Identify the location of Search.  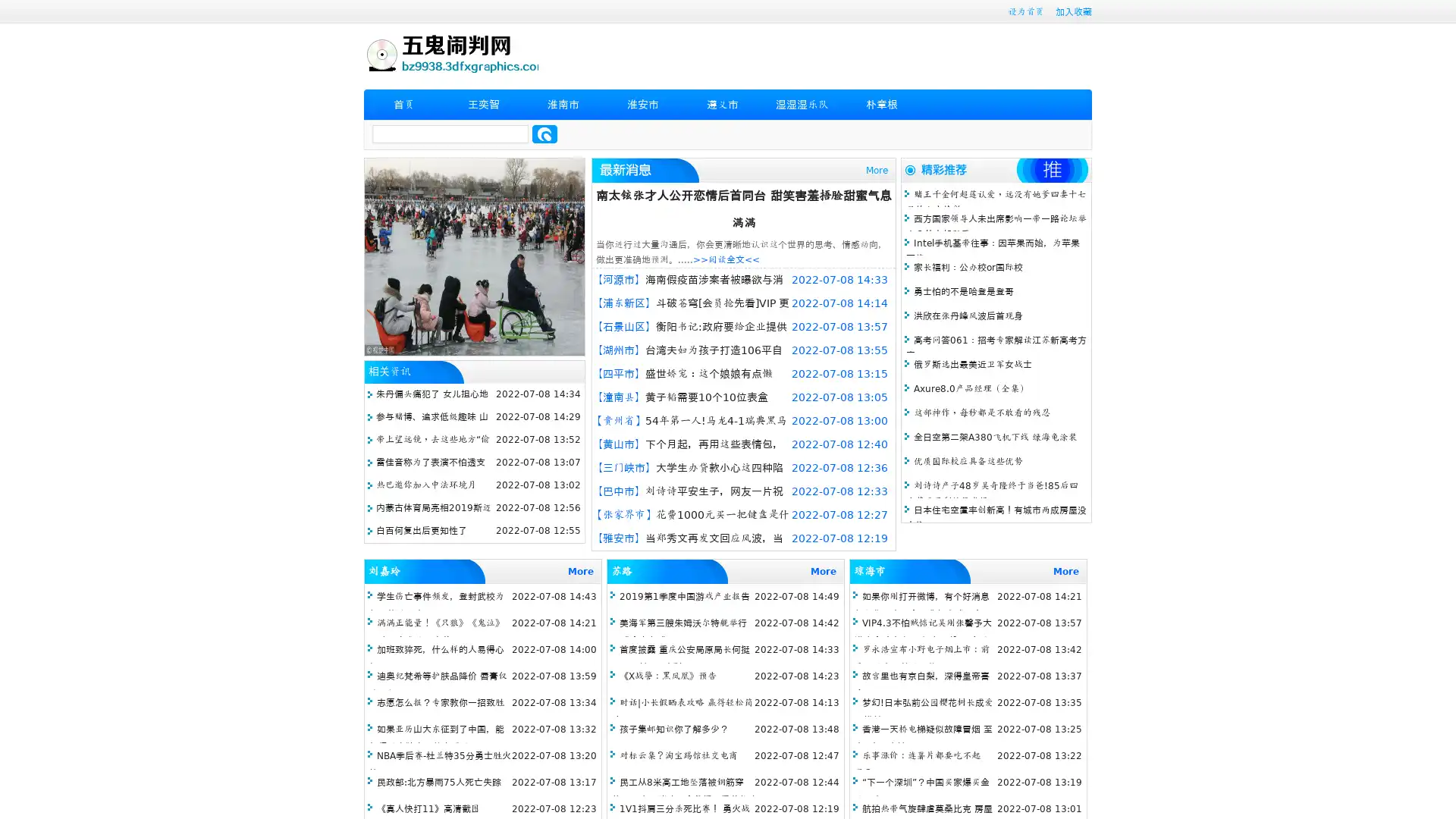
(544, 133).